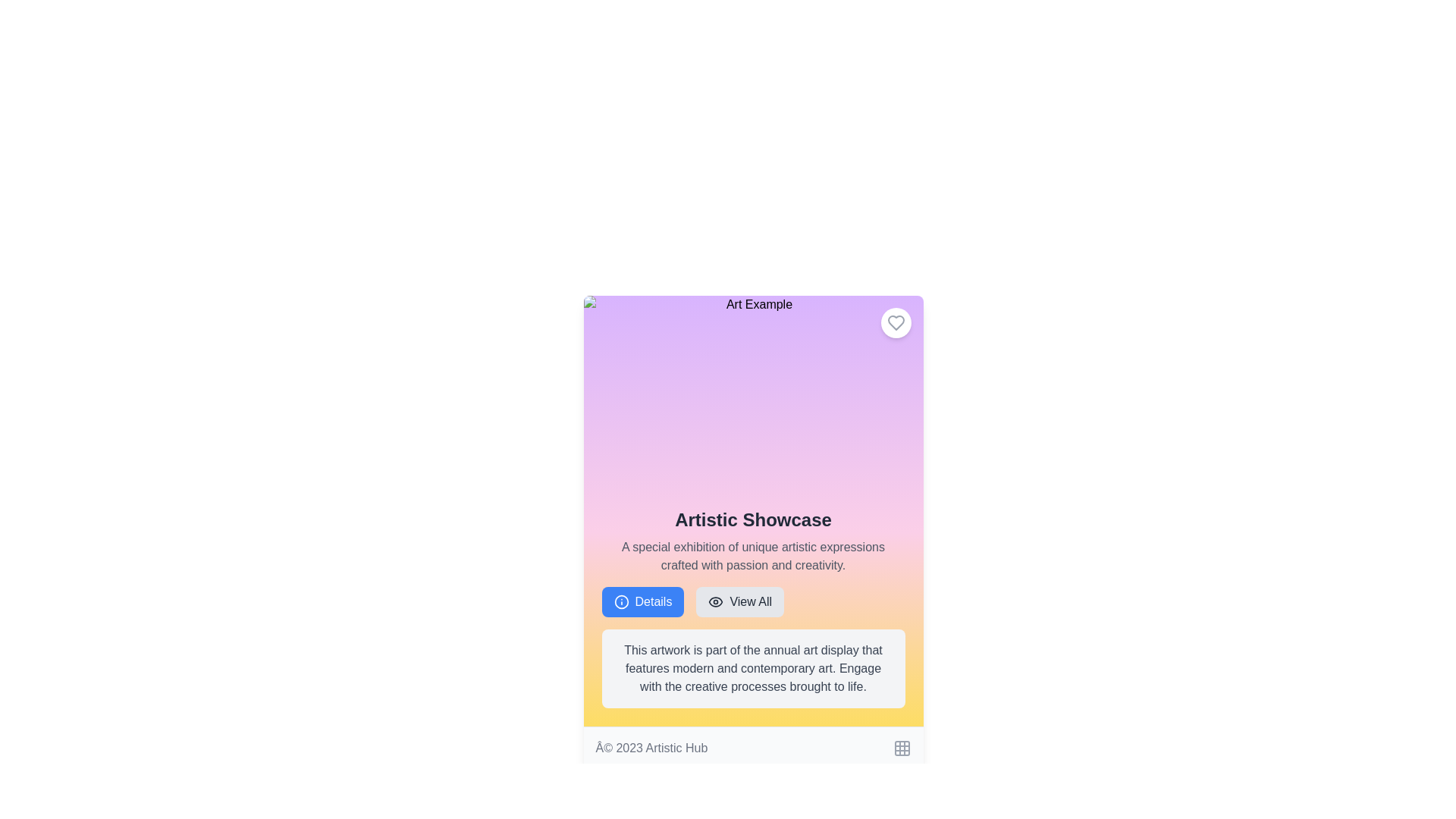 The width and height of the screenshot is (1456, 819). Describe the element at coordinates (715, 601) in the screenshot. I see `the graphical eye icon embedded in the 'View All' button located at the bottom of the card interface, positioned to the left of the button text` at that location.